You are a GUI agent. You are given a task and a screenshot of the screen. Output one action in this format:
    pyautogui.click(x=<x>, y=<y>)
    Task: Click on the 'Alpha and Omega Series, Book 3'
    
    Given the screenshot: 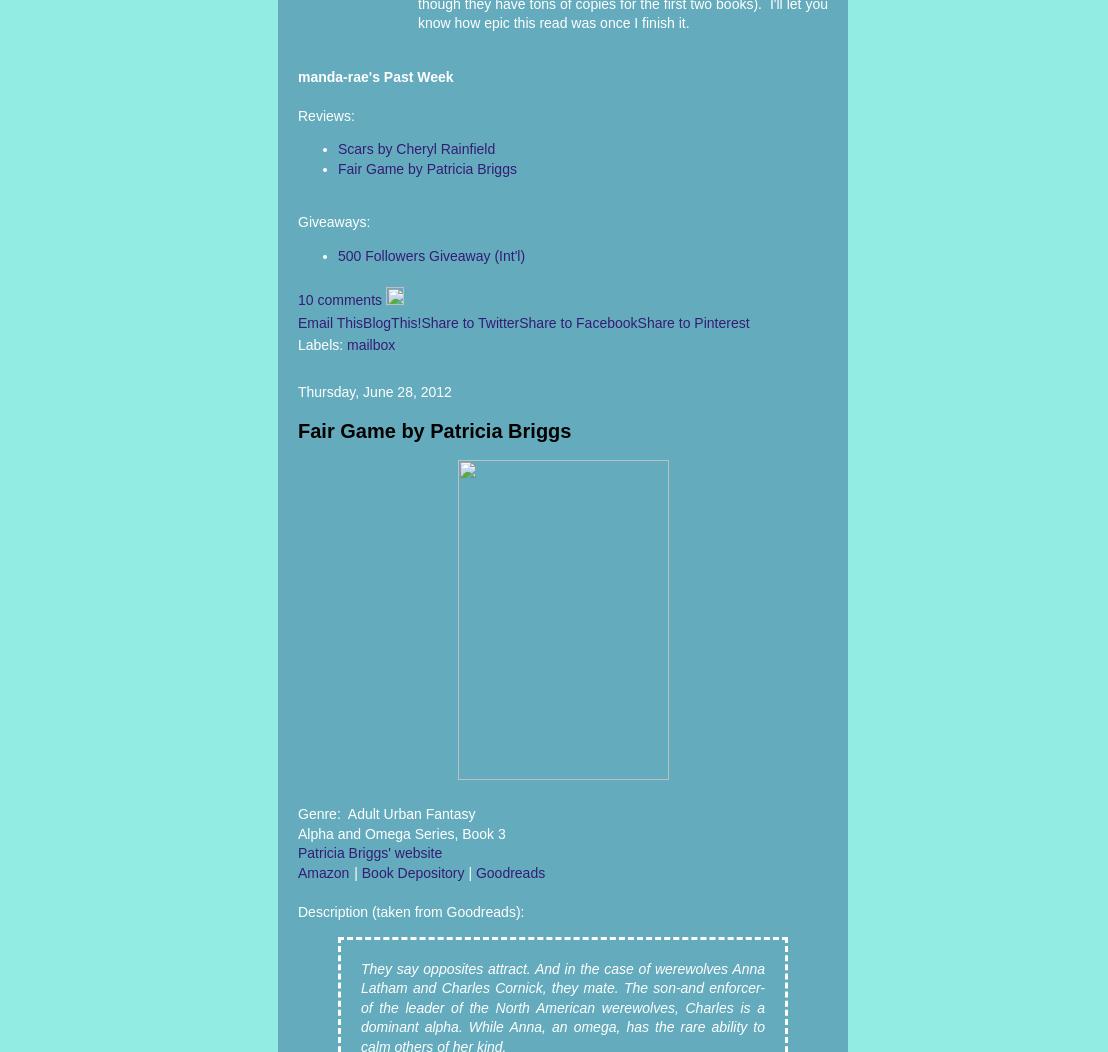 What is the action you would take?
    pyautogui.click(x=401, y=832)
    